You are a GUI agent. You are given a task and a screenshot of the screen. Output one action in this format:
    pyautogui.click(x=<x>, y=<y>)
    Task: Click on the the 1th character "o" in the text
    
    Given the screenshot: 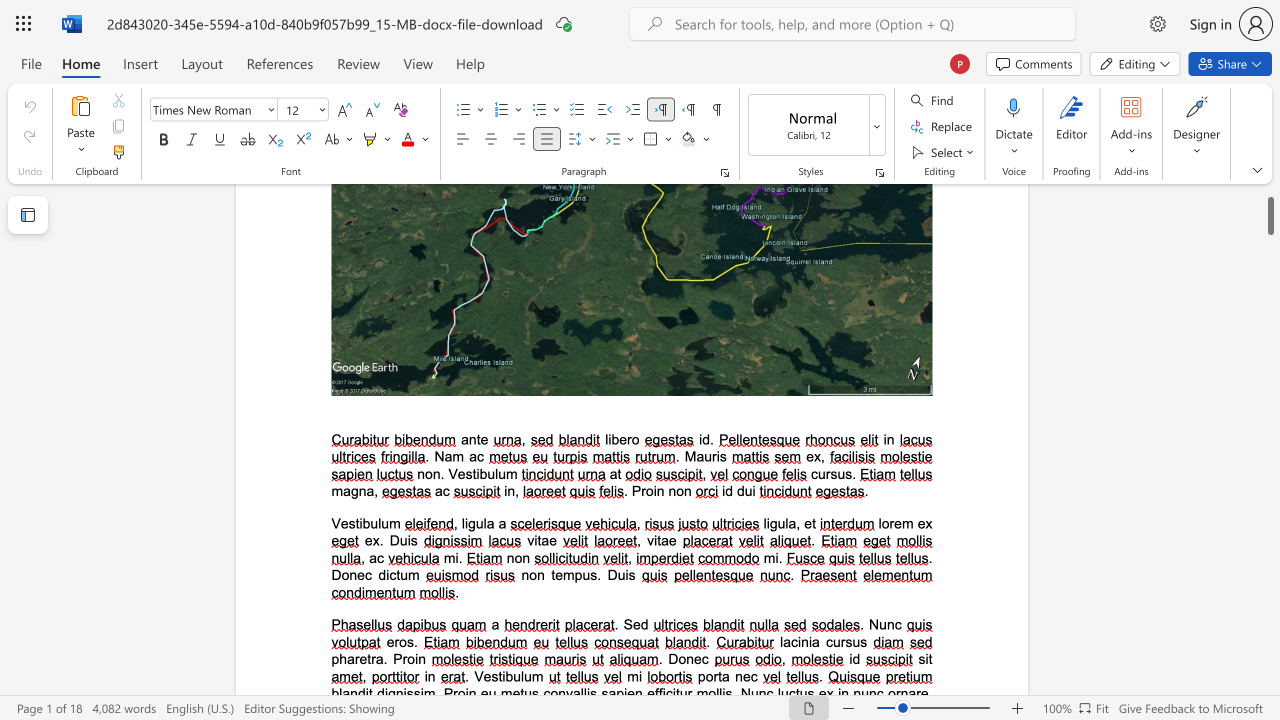 What is the action you would take?
    pyautogui.click(x=649, y=491)
    